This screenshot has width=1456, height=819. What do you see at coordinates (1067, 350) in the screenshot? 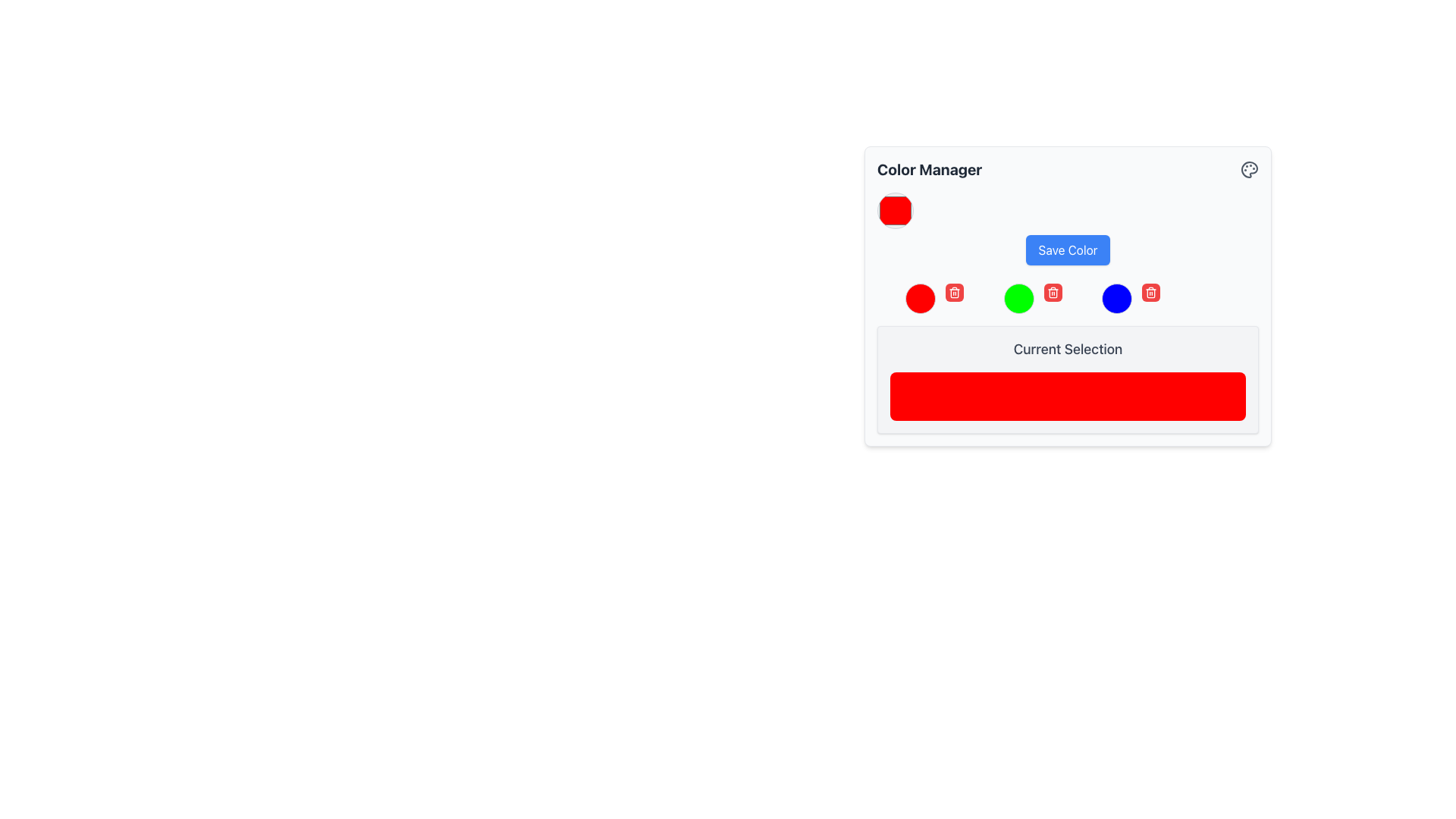
I see `the text label that displays 'Current Selection', which is styled with gray color and centered alignment, located in the bottom-middle of the 'Color Manager' card interface` at bounding box center [1067, 350].